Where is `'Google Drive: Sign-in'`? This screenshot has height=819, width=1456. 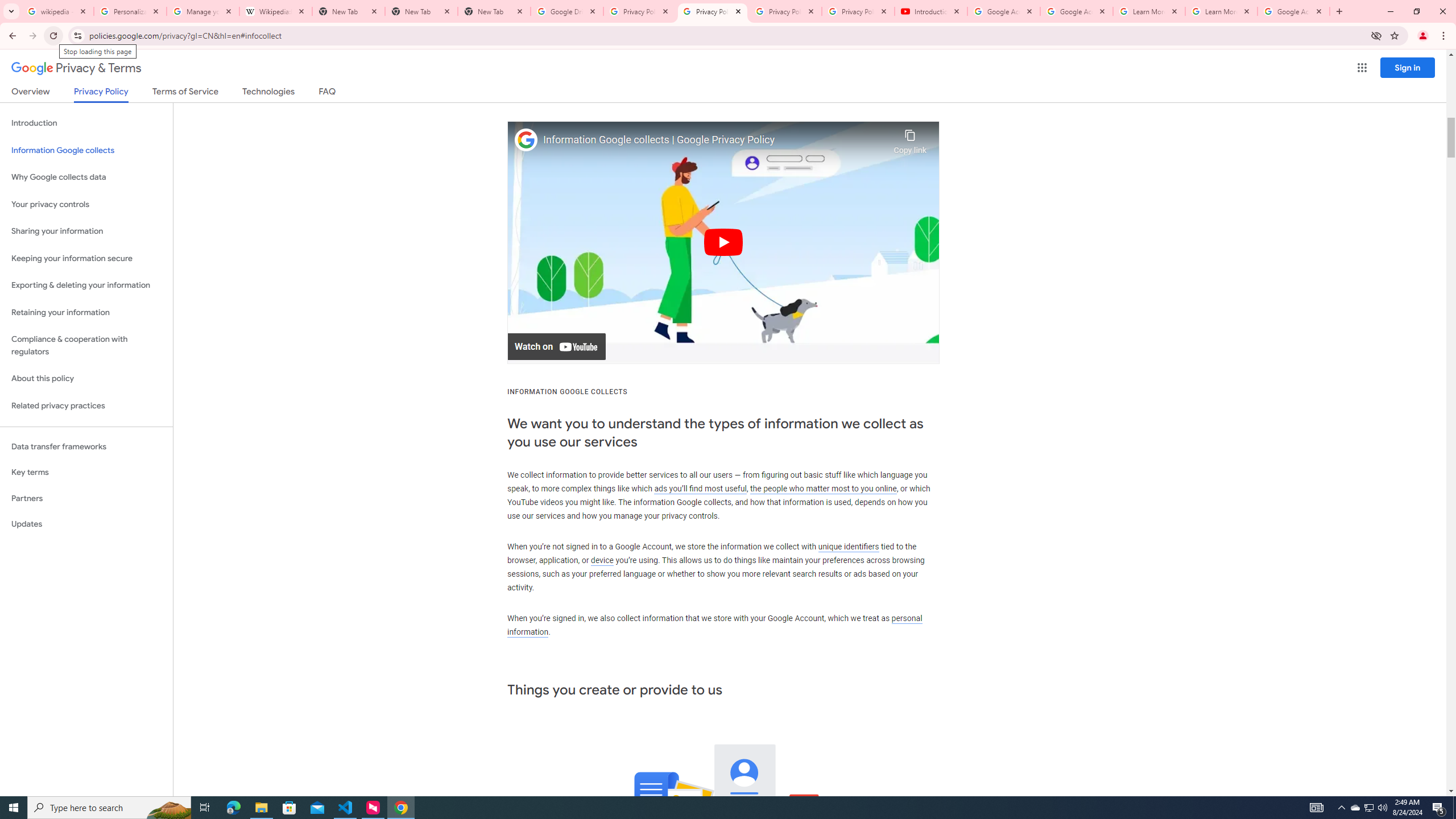 'Google Drive: Sign-in' is located at coordinates (566, 11).